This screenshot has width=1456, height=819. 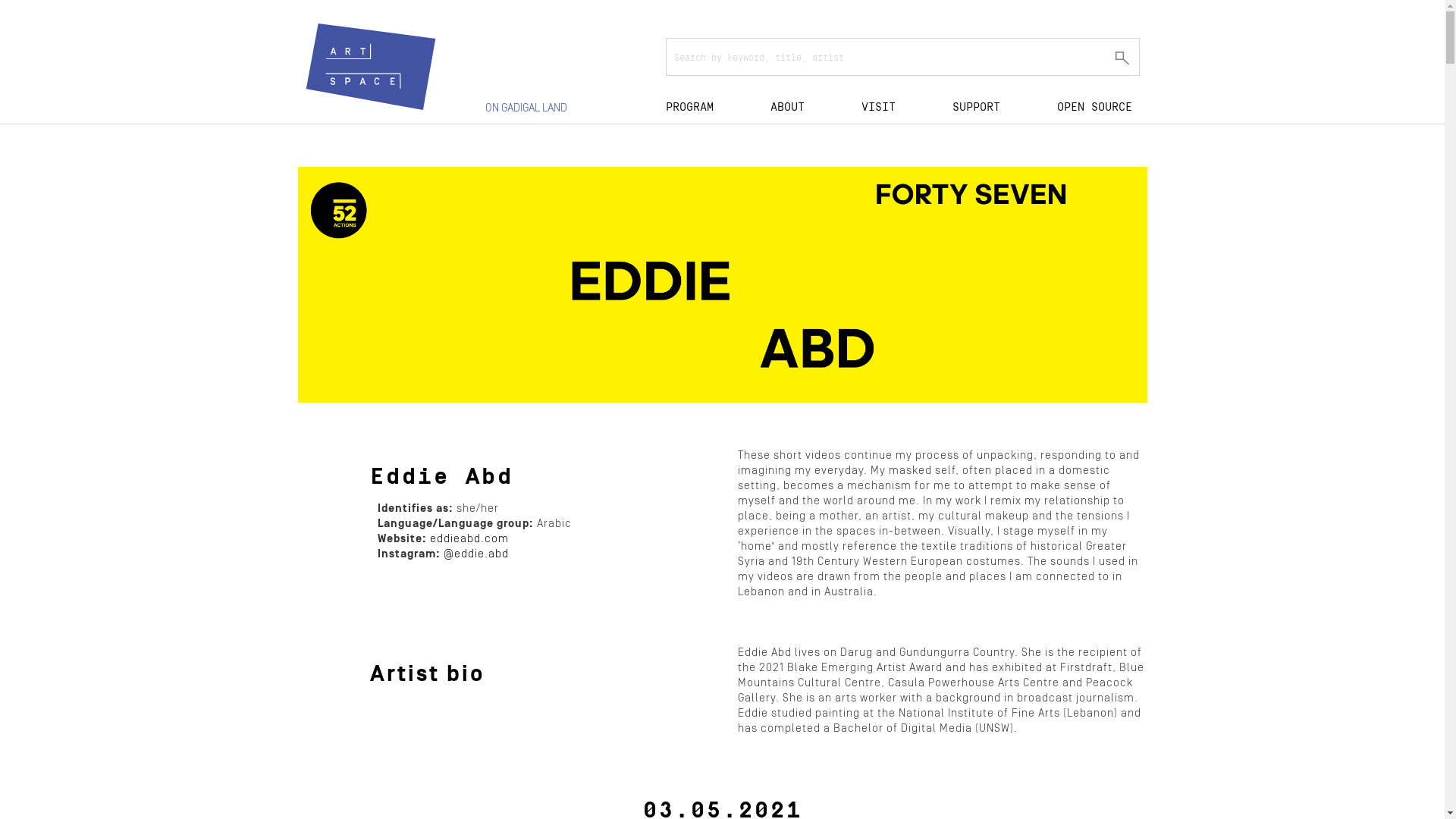 I want to click on 'VISIT', so click(x=861, y=105).